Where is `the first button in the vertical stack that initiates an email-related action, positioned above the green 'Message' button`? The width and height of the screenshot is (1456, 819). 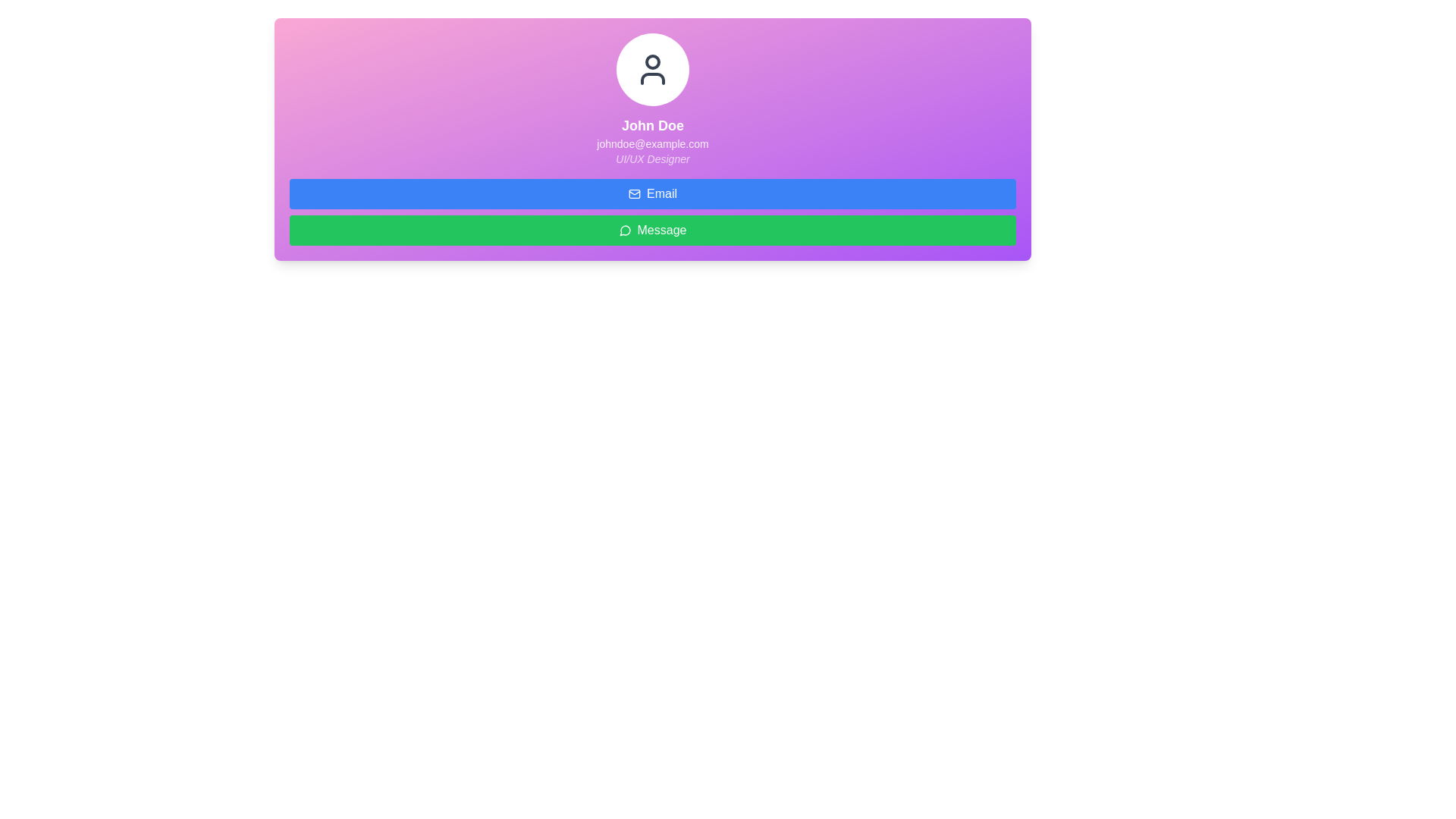 the first button in the vertical stack that initiates an email-related action, positioned above the green 'Message' button is located at coordinates (652, 193).